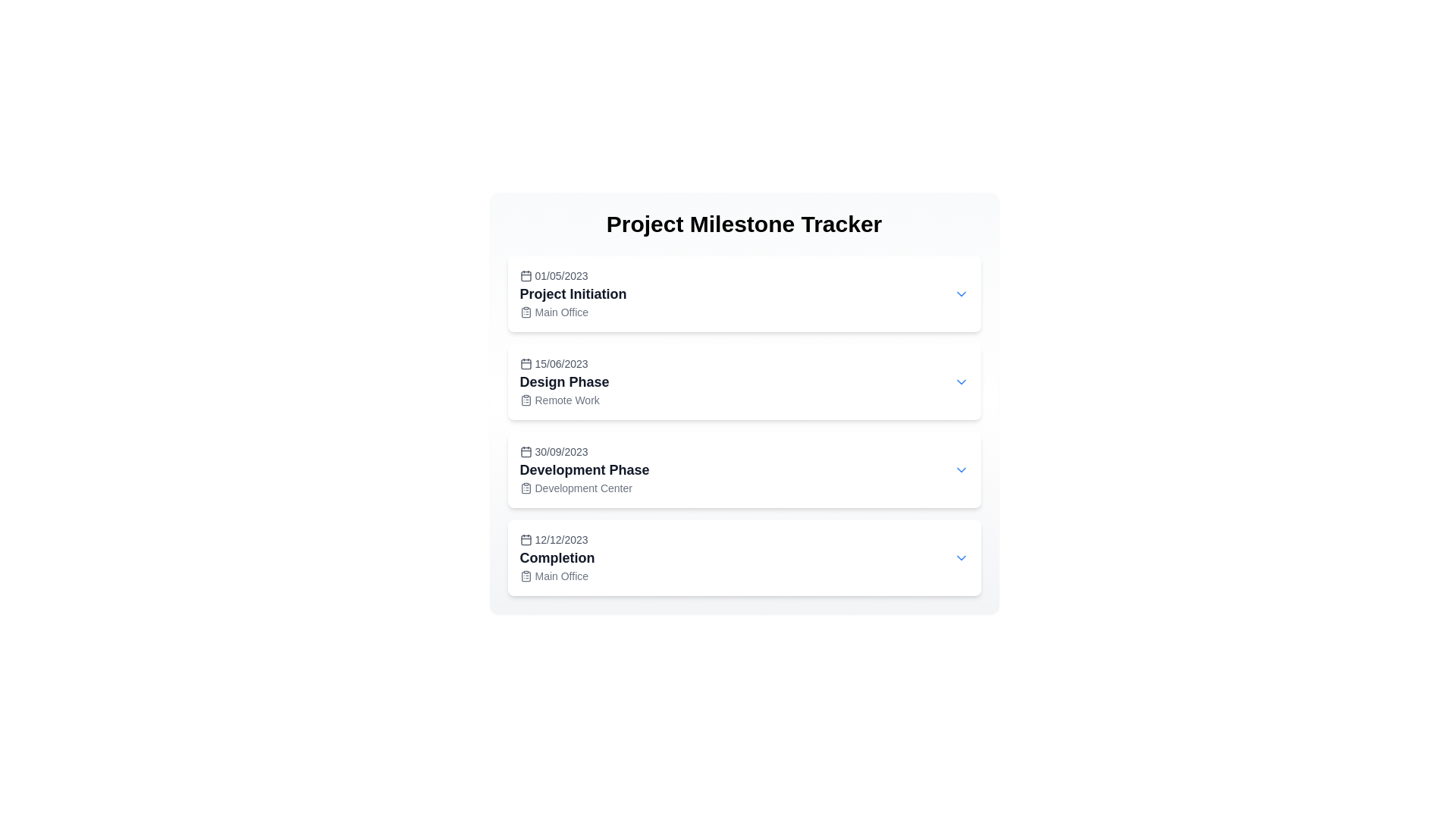 This screenshot has width=1456, height=819. Describe the element at coordinates (584, 469) in the screenshot. I see `information from the third milestone text block in the Project Milestone Tracker, which details the project phase including its title, date, and location` at that location.